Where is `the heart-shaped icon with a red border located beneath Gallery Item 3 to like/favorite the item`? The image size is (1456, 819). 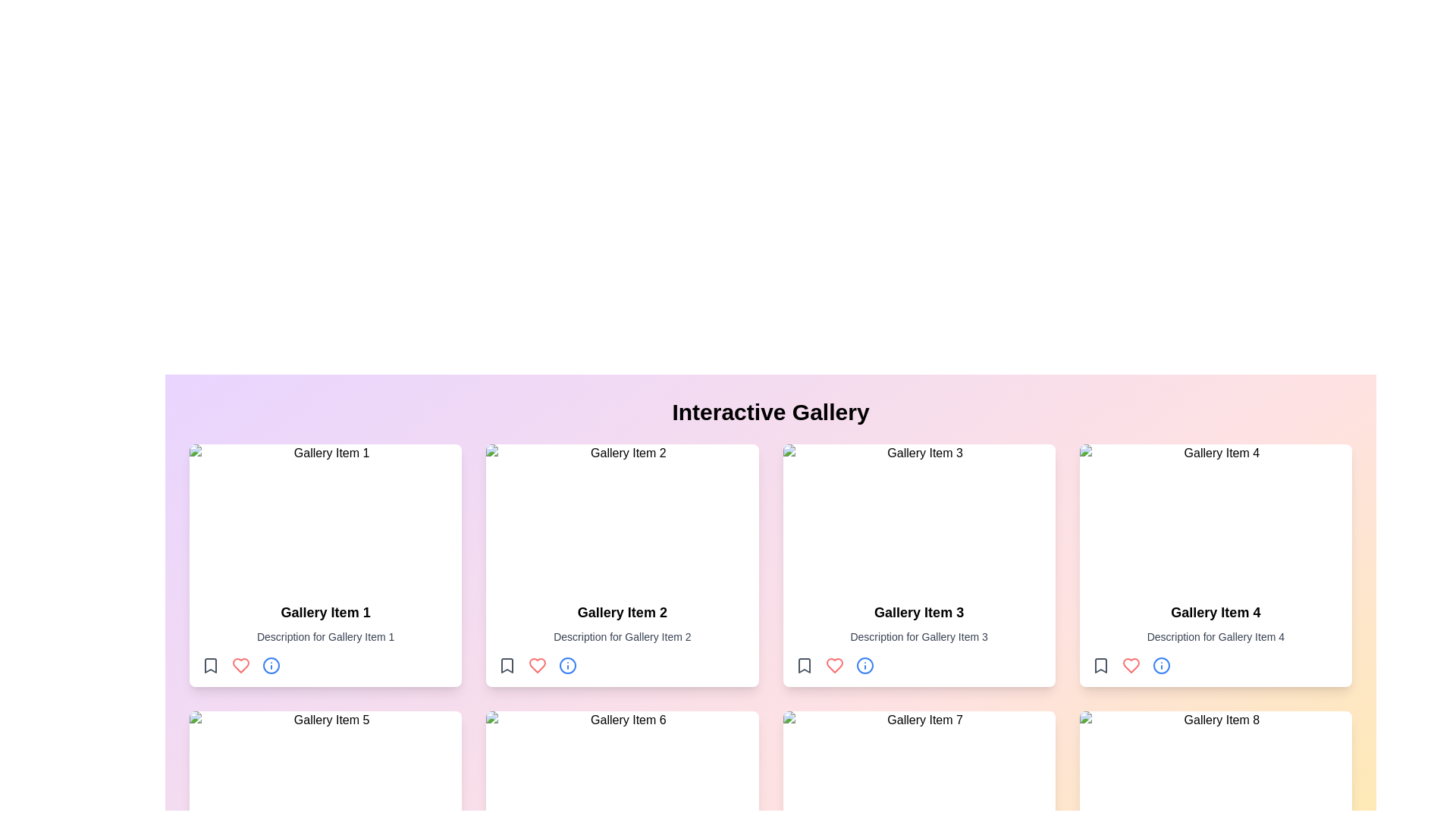 the heart-shaped icon with a red border located beneath Gallery Item 3 to like/favorite the item is located at coordinates (833, 665).